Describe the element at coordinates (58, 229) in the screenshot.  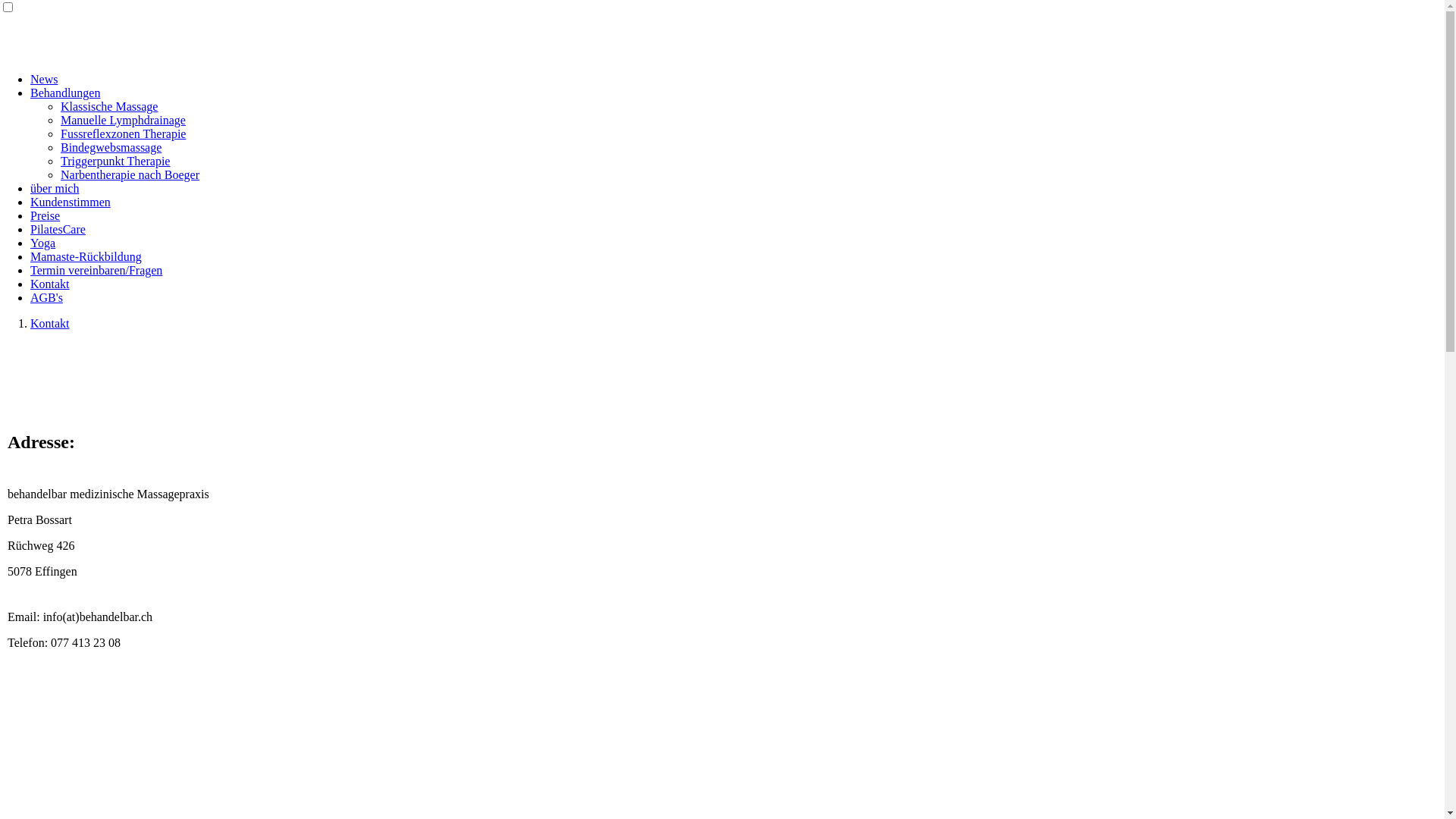
I see `'PilatesCare'` at that location.